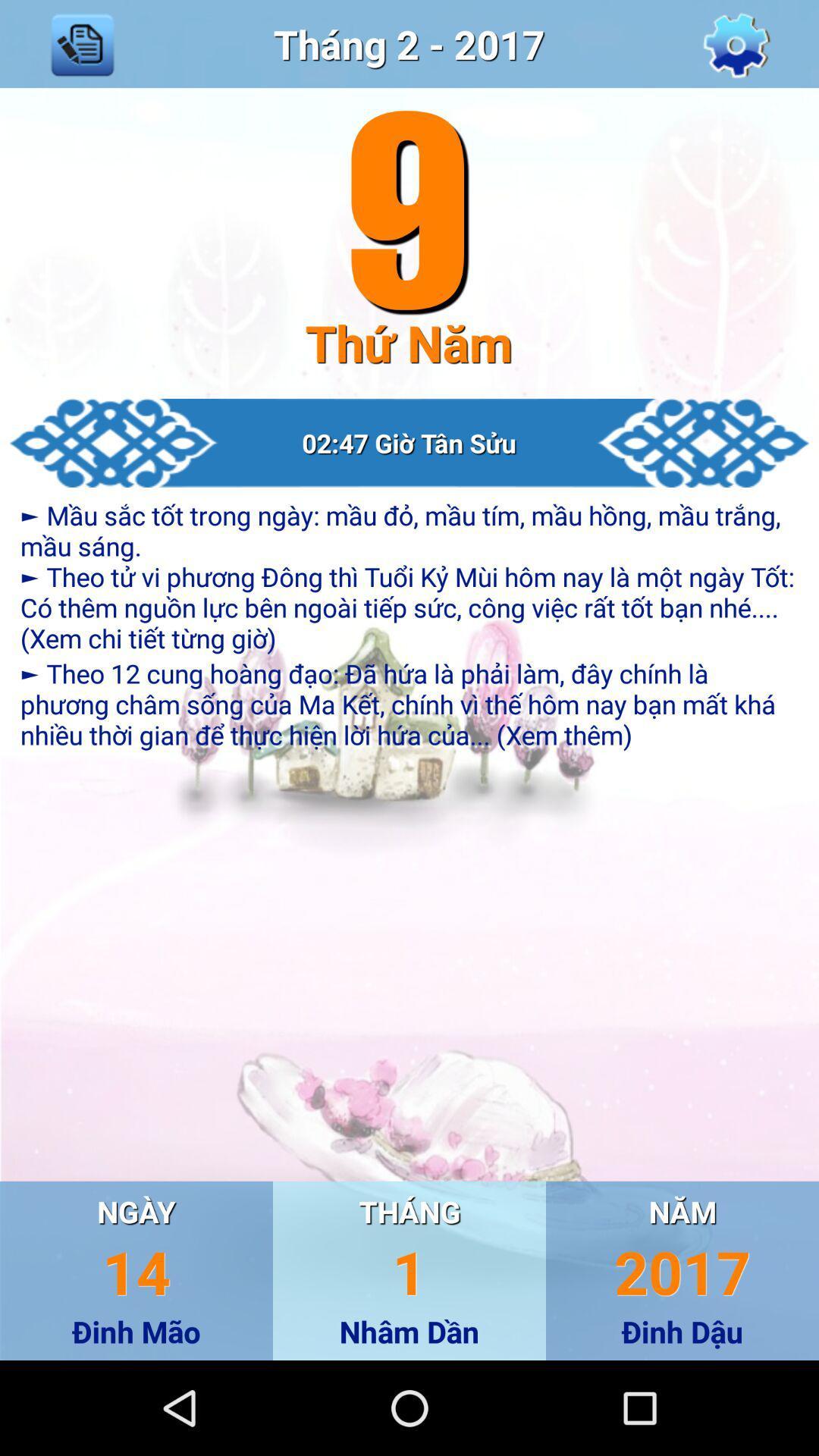  I want to click on the option settings on the top, so click(736, 43).